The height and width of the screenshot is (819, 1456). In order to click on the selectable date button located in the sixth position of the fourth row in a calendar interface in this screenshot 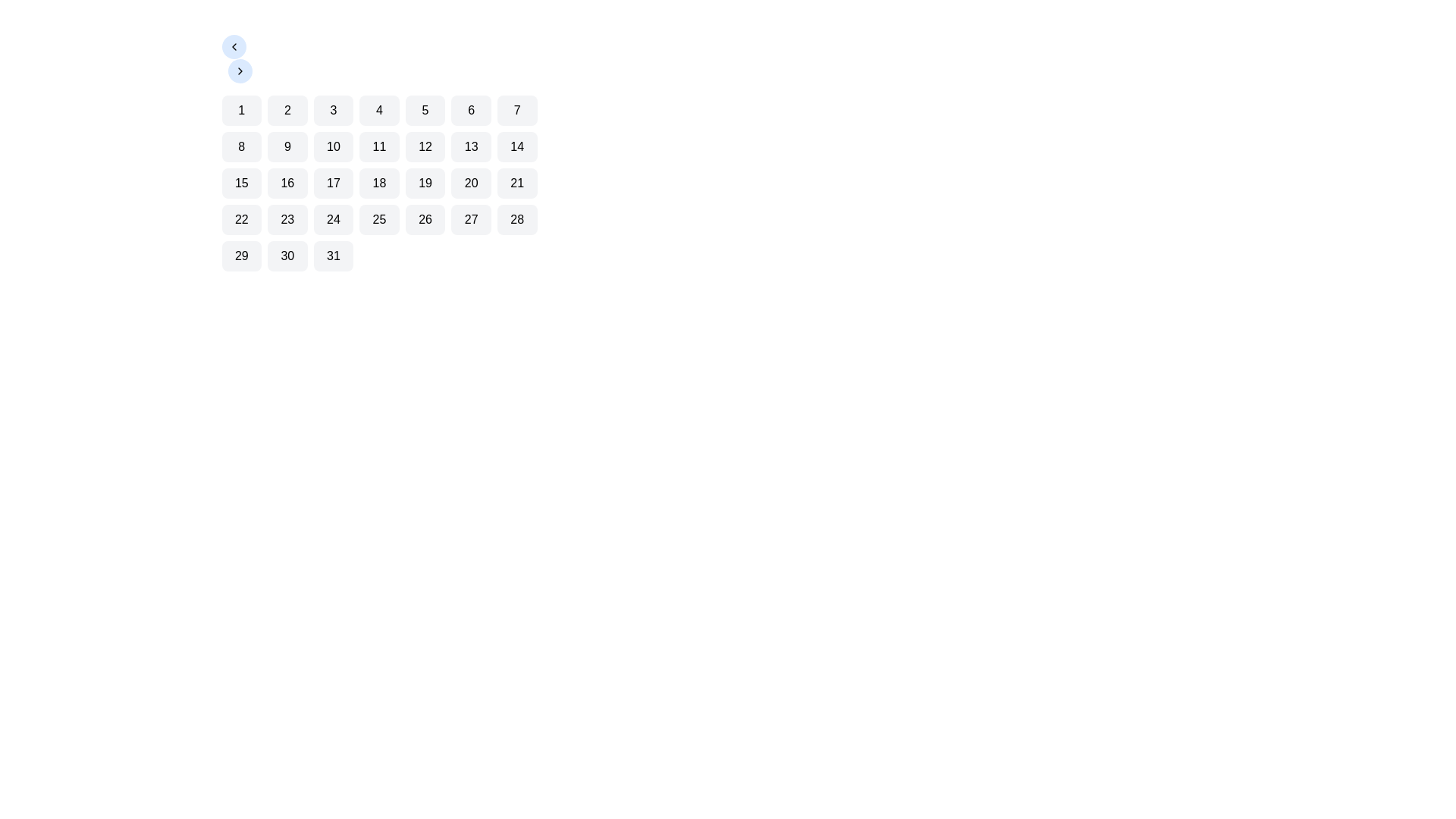, I will do `click(425, 219)`.